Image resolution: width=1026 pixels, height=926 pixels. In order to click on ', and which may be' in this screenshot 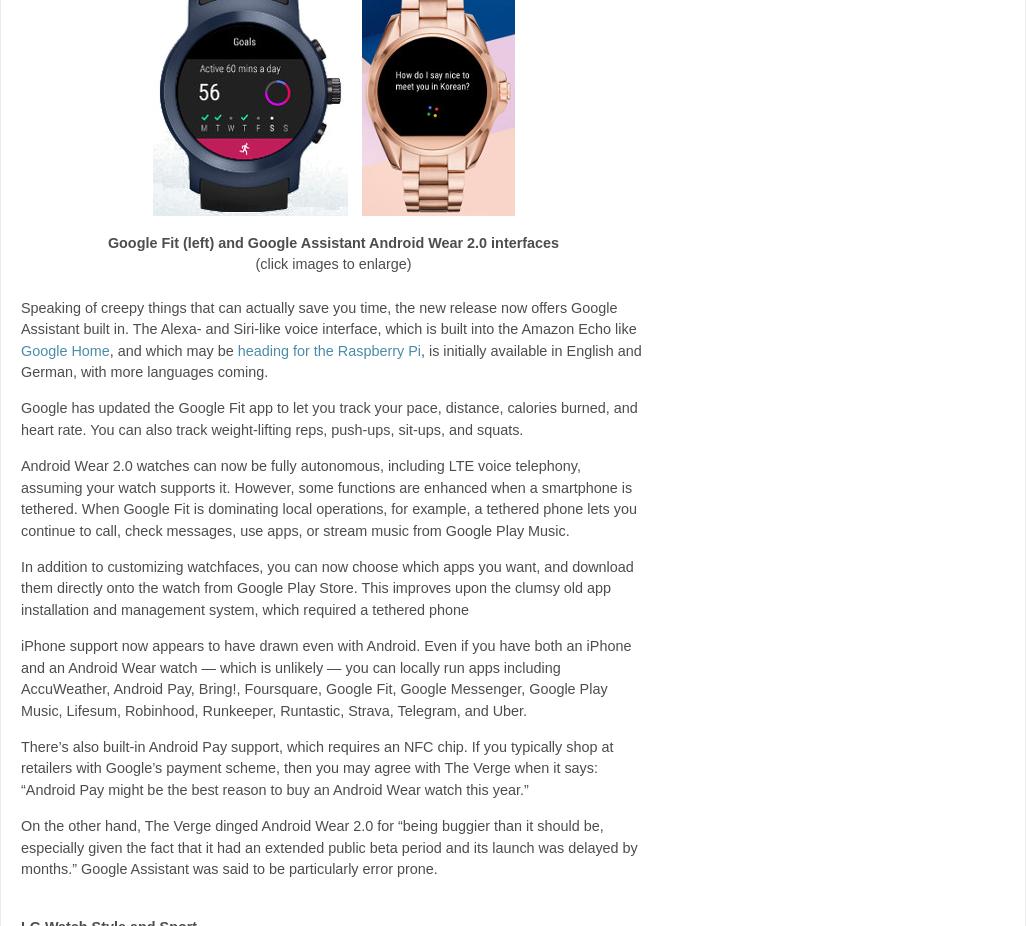, I will do `click(171, 350)`.